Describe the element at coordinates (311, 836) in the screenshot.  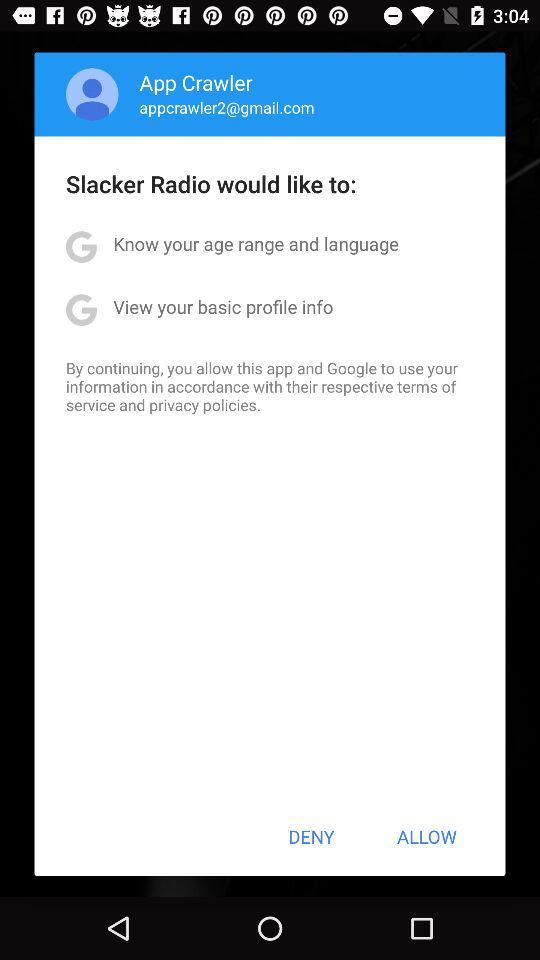
I see `the item below by continuing you app` at that location.